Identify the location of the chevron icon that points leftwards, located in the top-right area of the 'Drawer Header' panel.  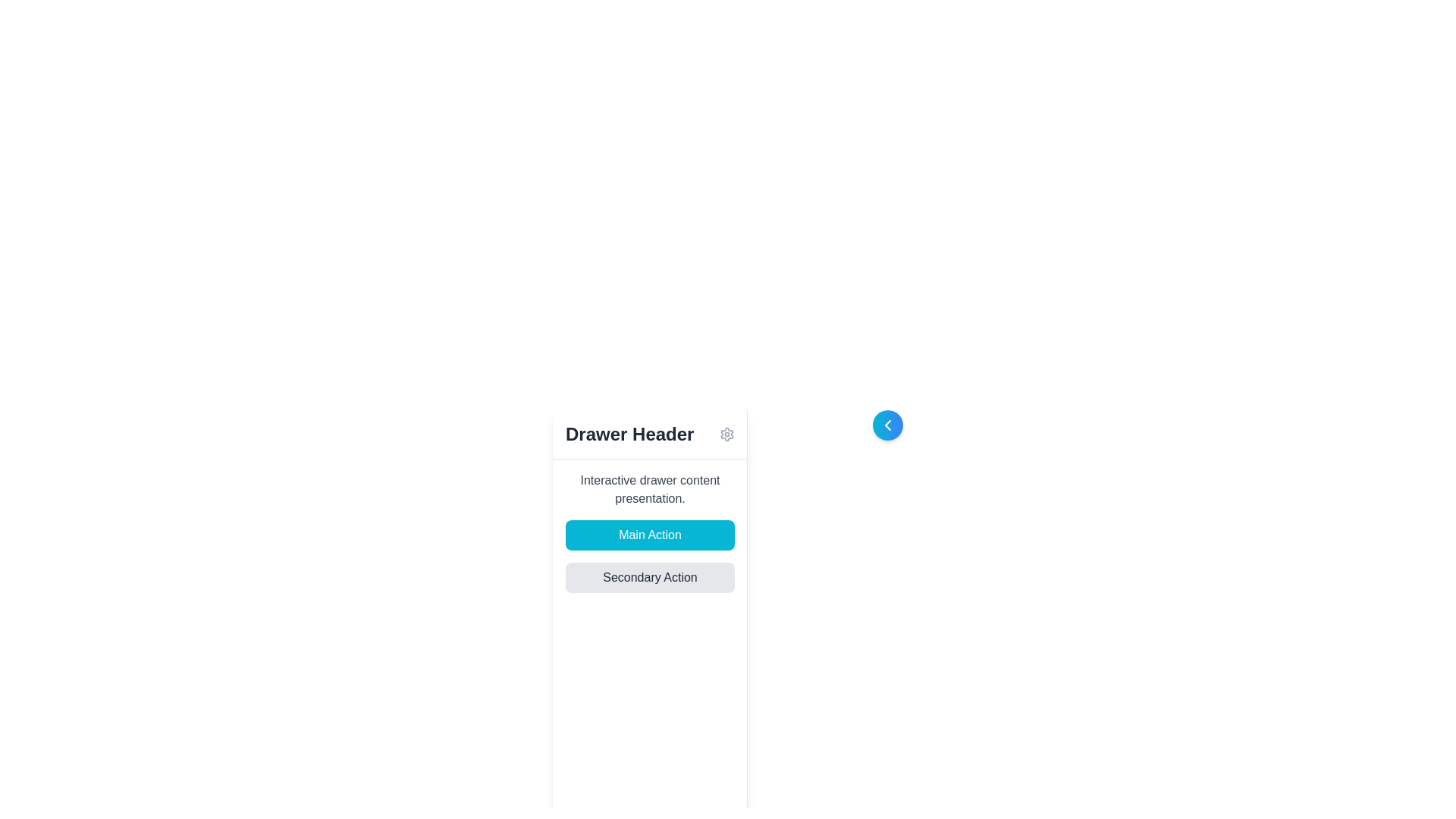
(887, 425).